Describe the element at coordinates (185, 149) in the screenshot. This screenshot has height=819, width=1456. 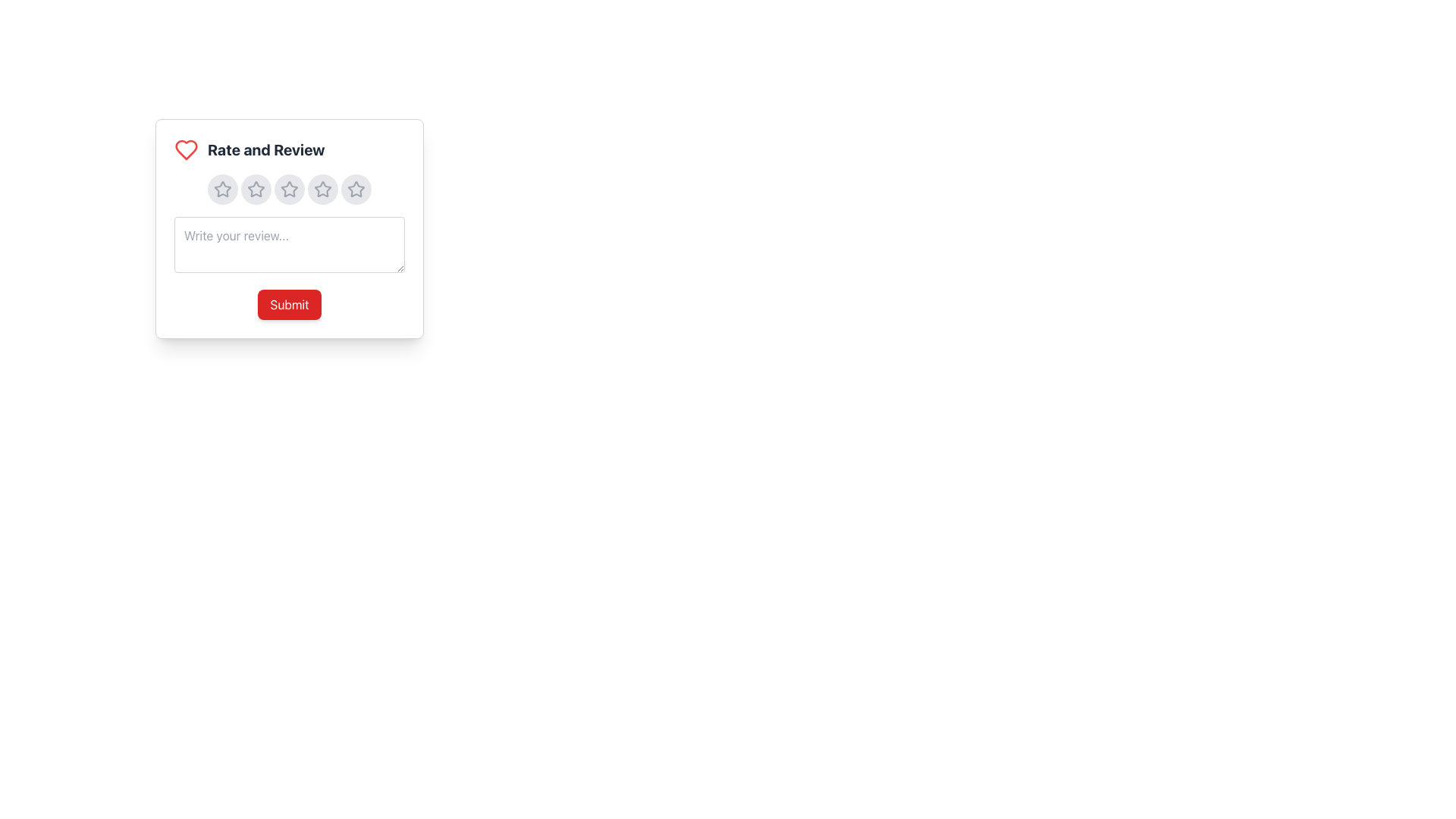
I see `the heart icon located in the header of the 'Rate and Review' section` at that location.